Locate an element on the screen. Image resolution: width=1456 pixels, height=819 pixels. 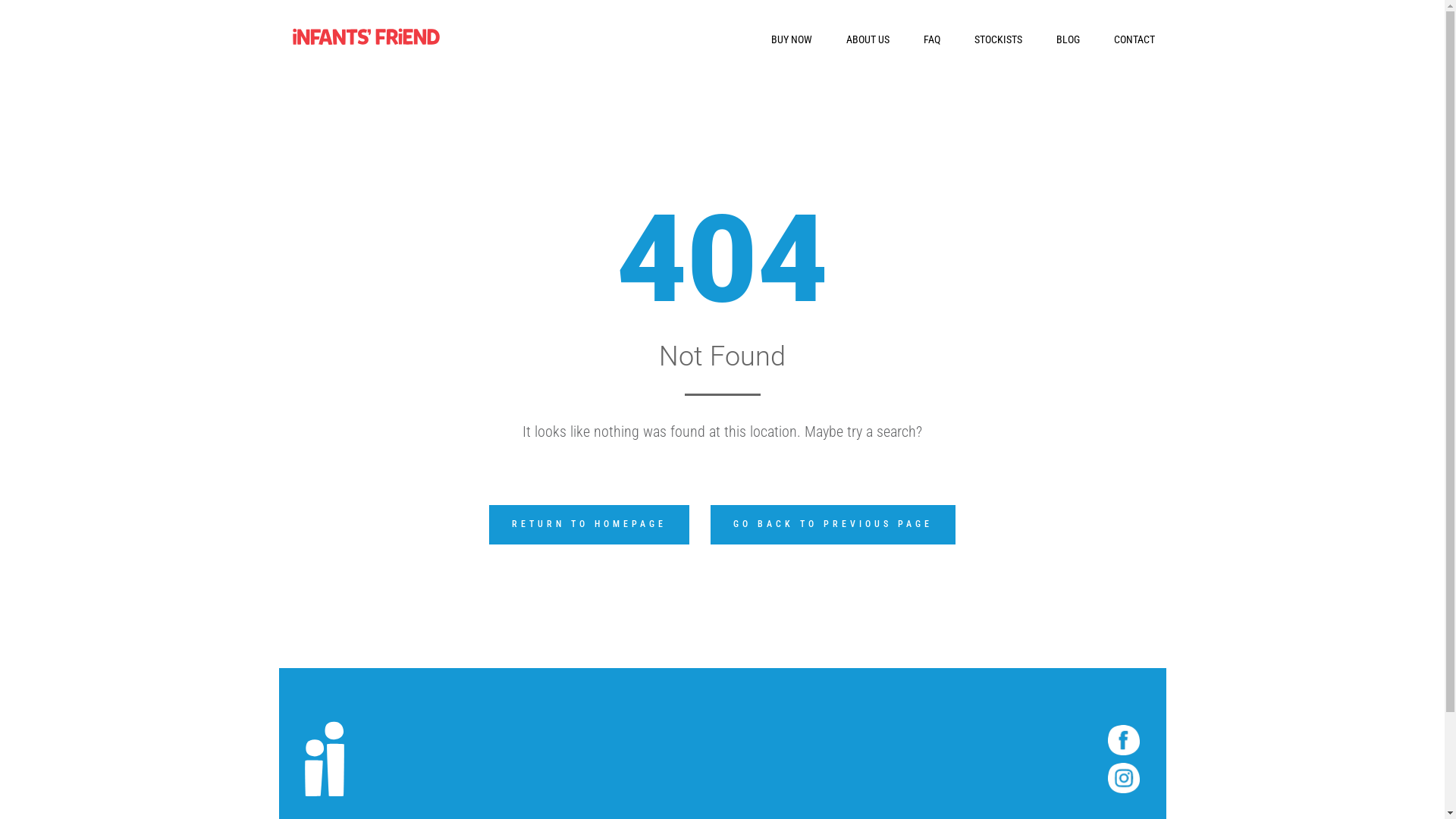
'BUY NOW' is located at coordinates (789, 38).